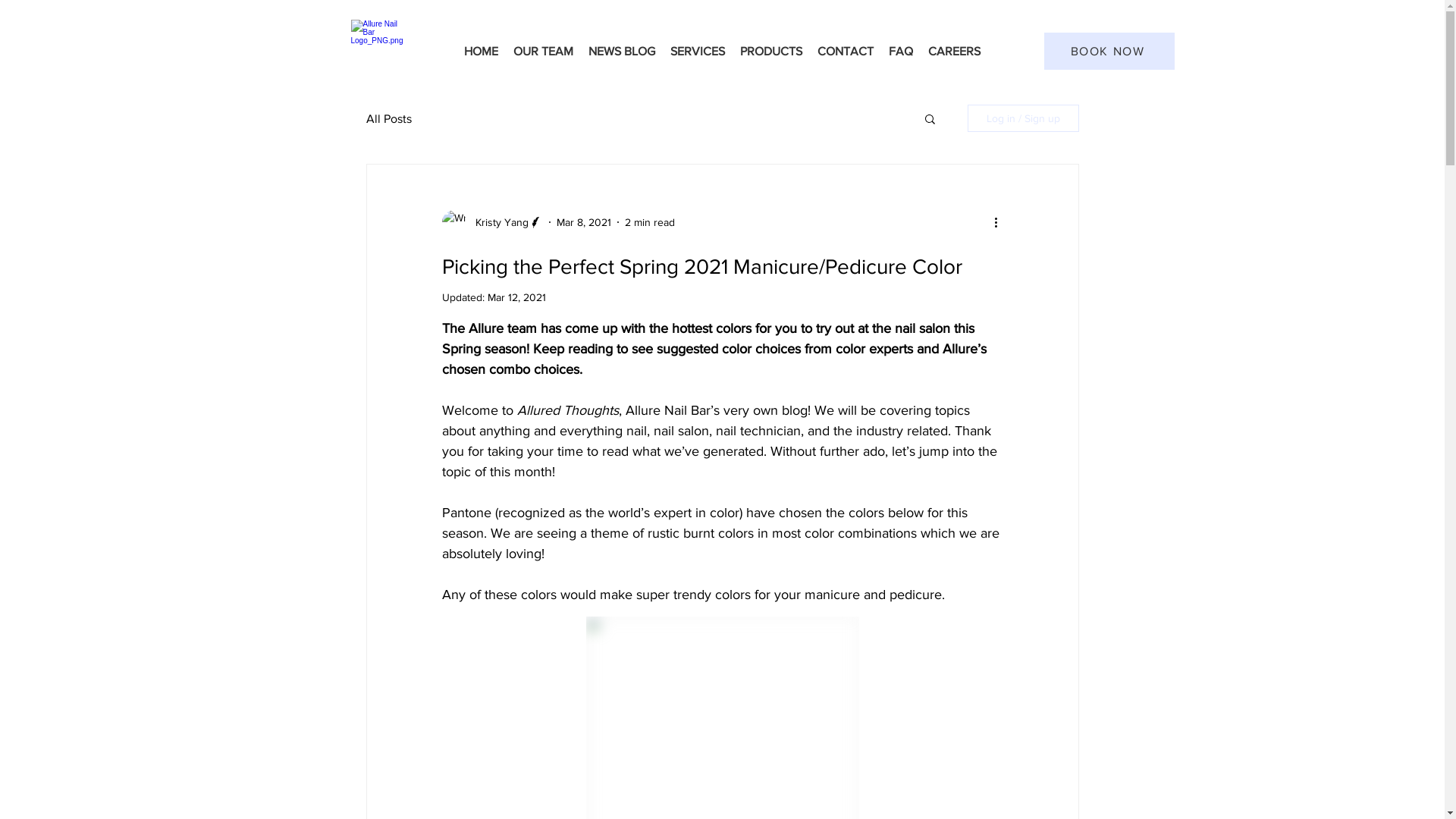  What do you see at coordinates (1109, 50) in the screenshot?
I see `'BOOK NOW'` at bounding box center [1109, 50].